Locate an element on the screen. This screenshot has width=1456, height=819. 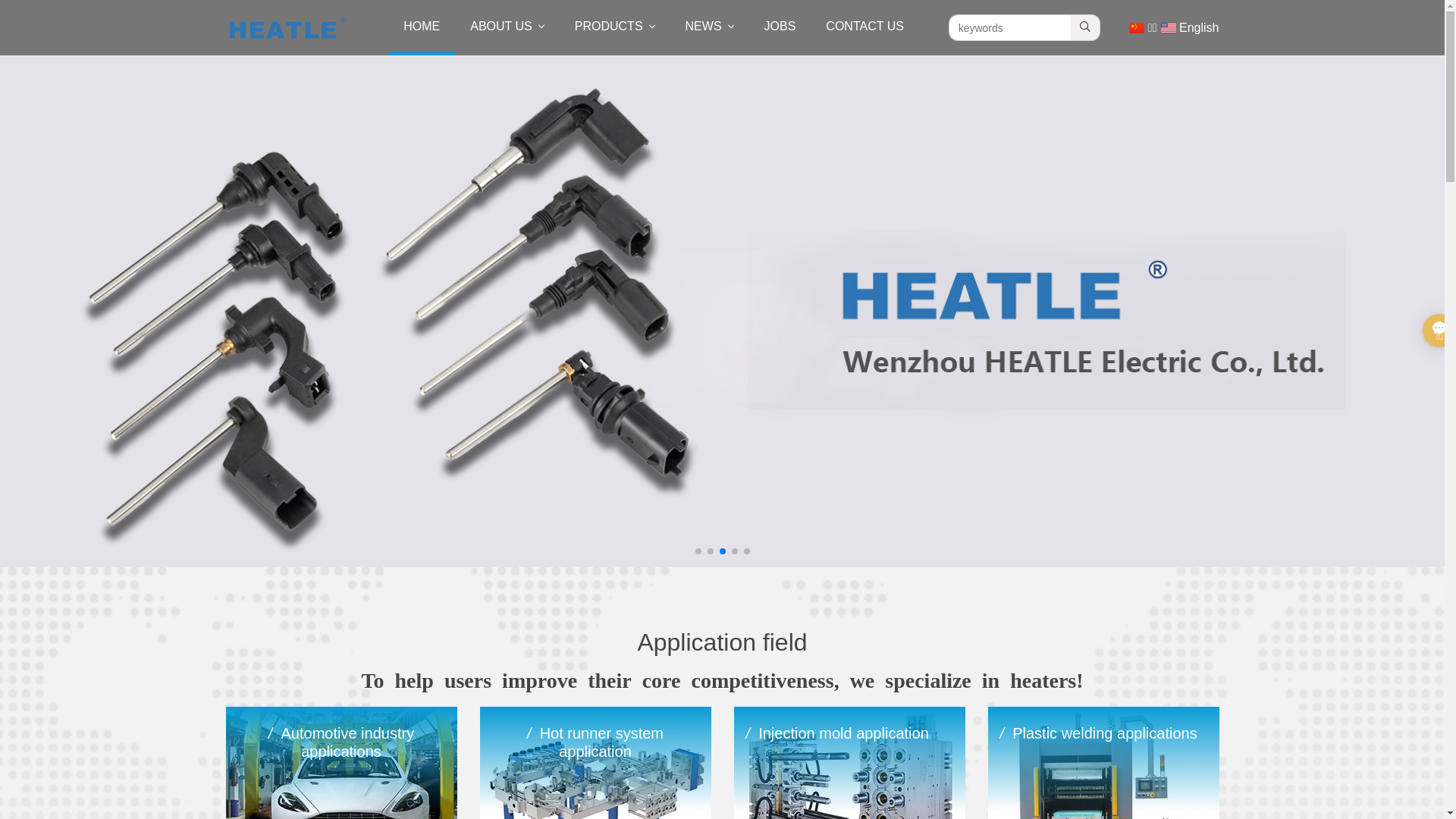
'JOBS' is located at coordinates (780, 27).